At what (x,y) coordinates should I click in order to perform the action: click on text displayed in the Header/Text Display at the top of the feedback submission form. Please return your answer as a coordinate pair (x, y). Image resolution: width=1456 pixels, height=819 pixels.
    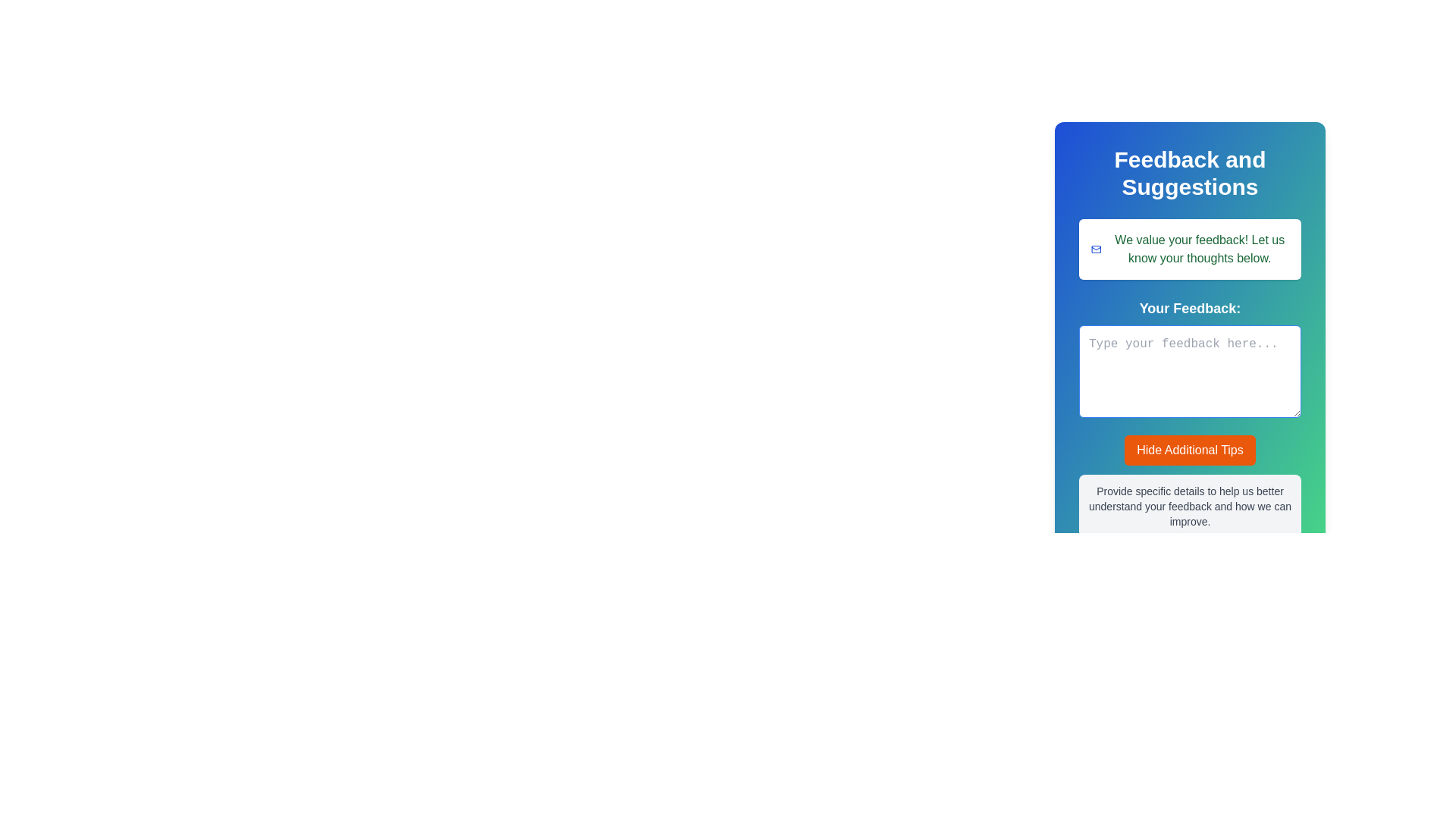
    Looking at the image, I should click on (1189, 172).